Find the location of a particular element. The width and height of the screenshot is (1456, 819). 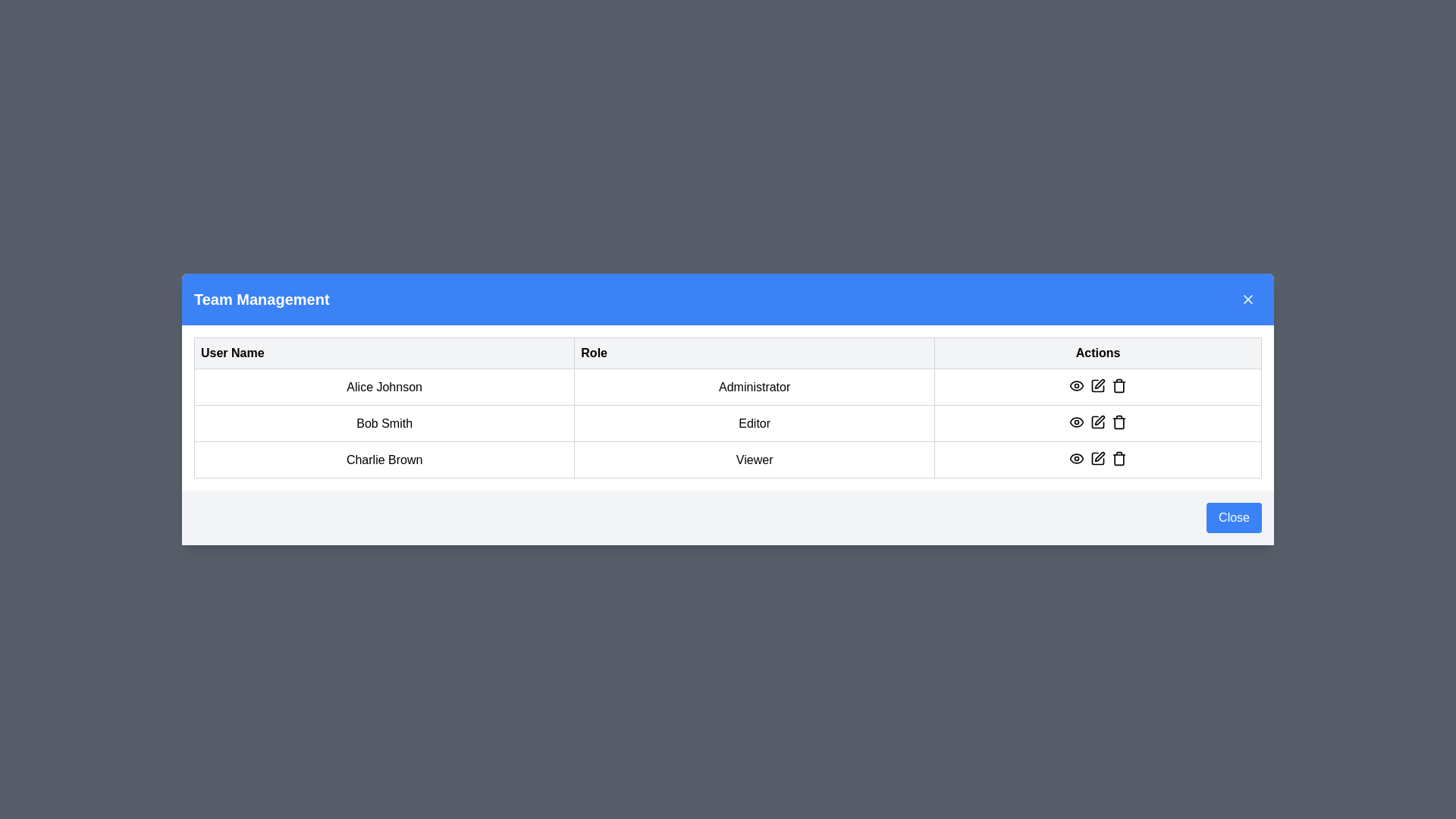

the trash can icon located in the last row of the 'Actions' column of the table is located at coordinates (1119, 458).